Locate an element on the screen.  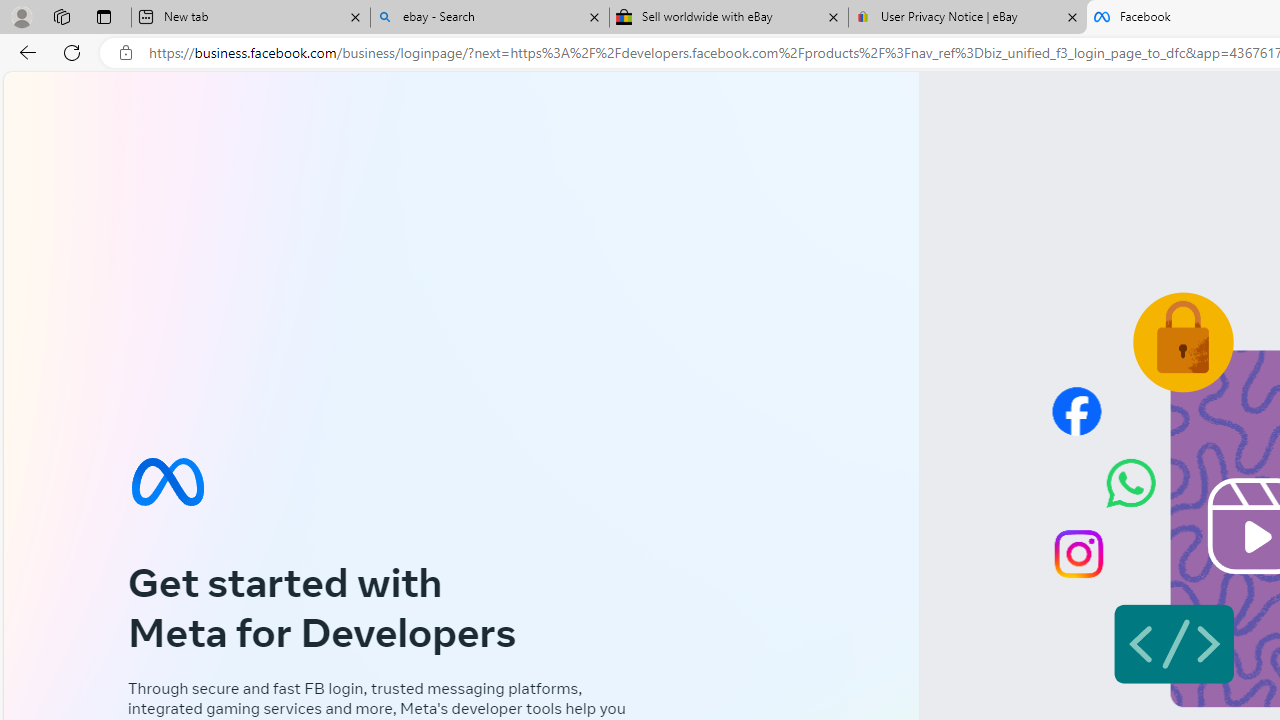
'Meta symbol' is located at coordinates (167, 481).